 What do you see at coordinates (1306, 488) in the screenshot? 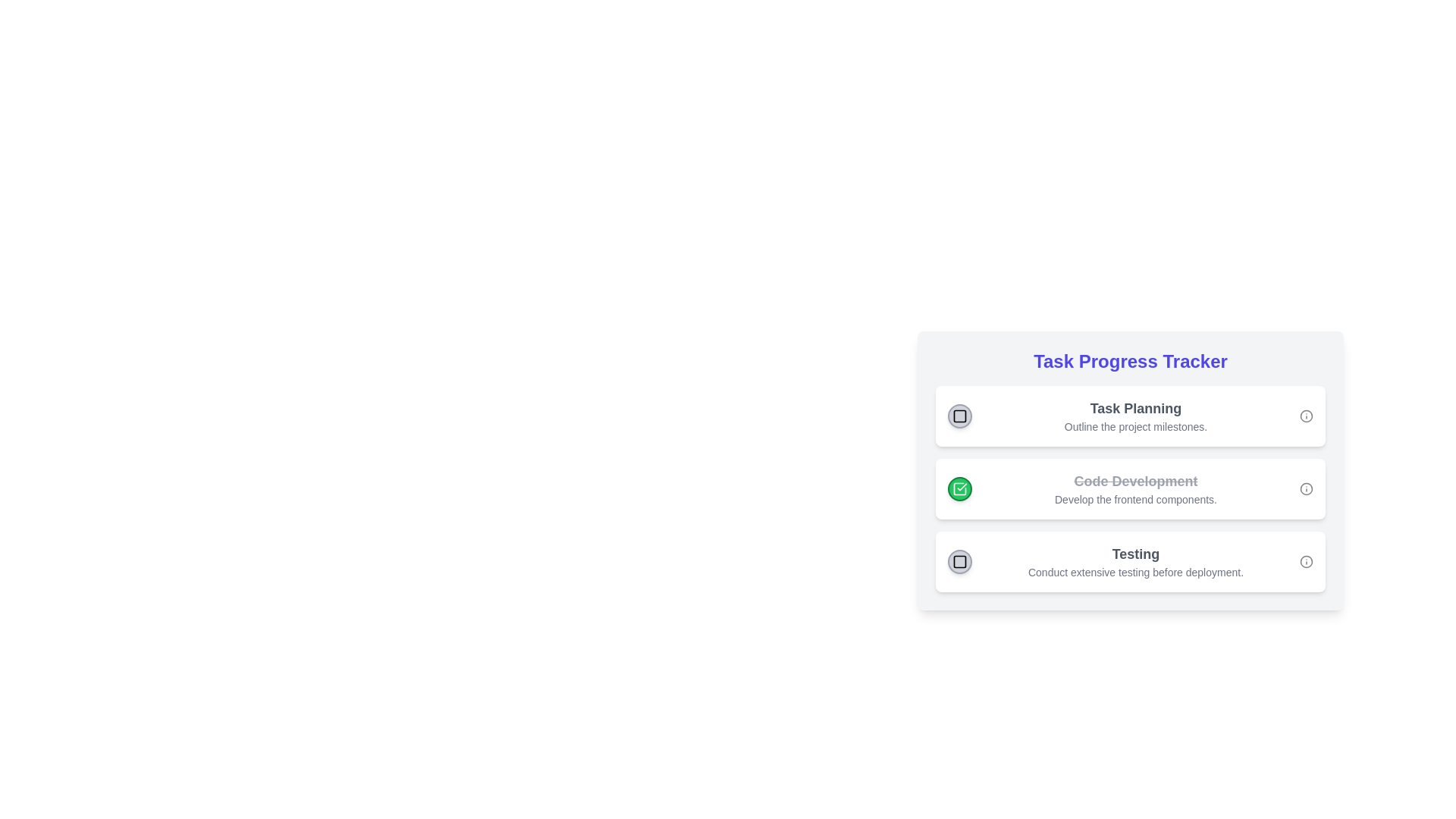
I see `the informational icon located at the far right of the 'Code Development' task card` at bounding box center [1306, 488].